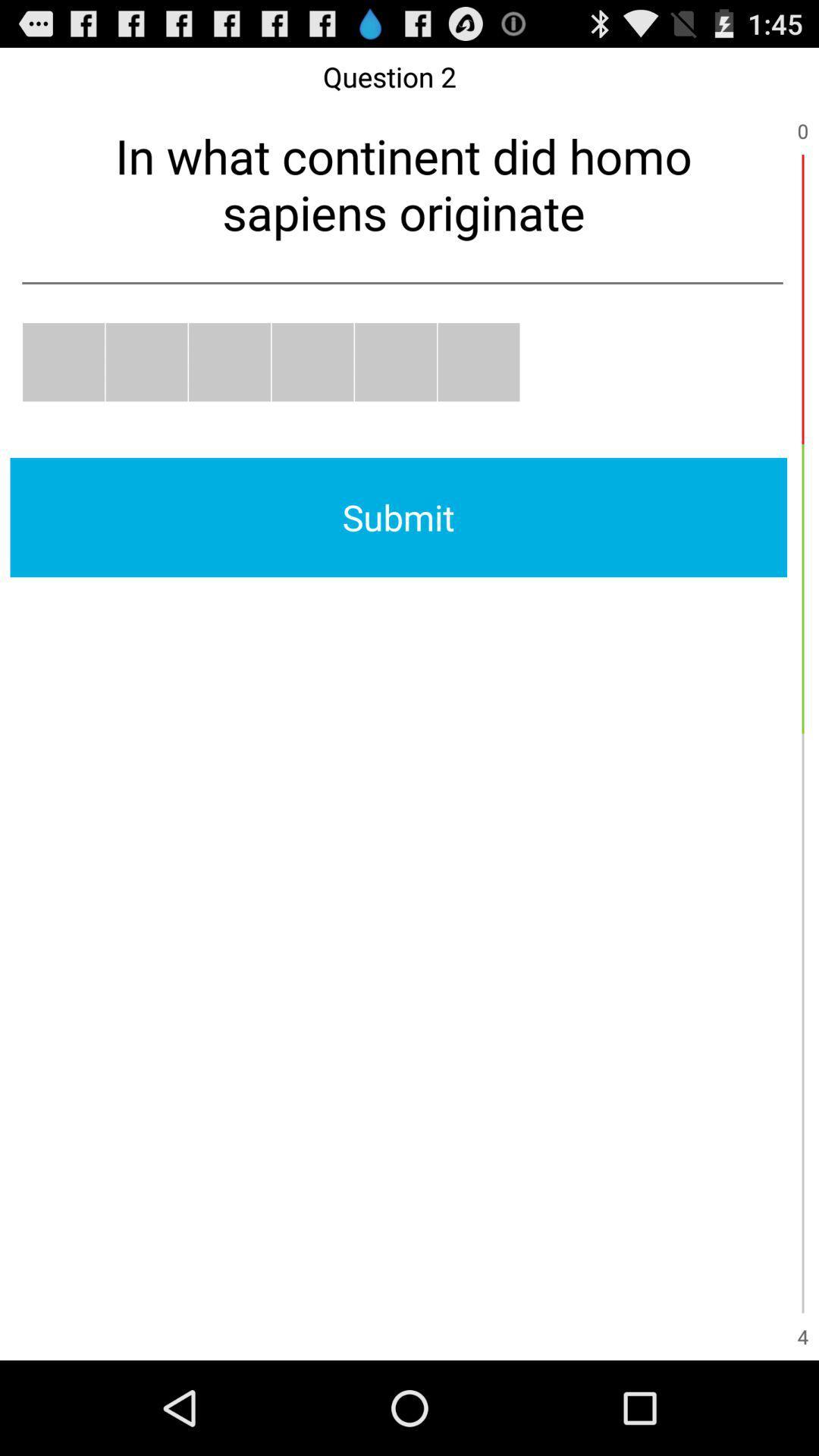  Describe the element at coordinates (312, 361) in the screenshot. I see `uncover hint clue` at that location.